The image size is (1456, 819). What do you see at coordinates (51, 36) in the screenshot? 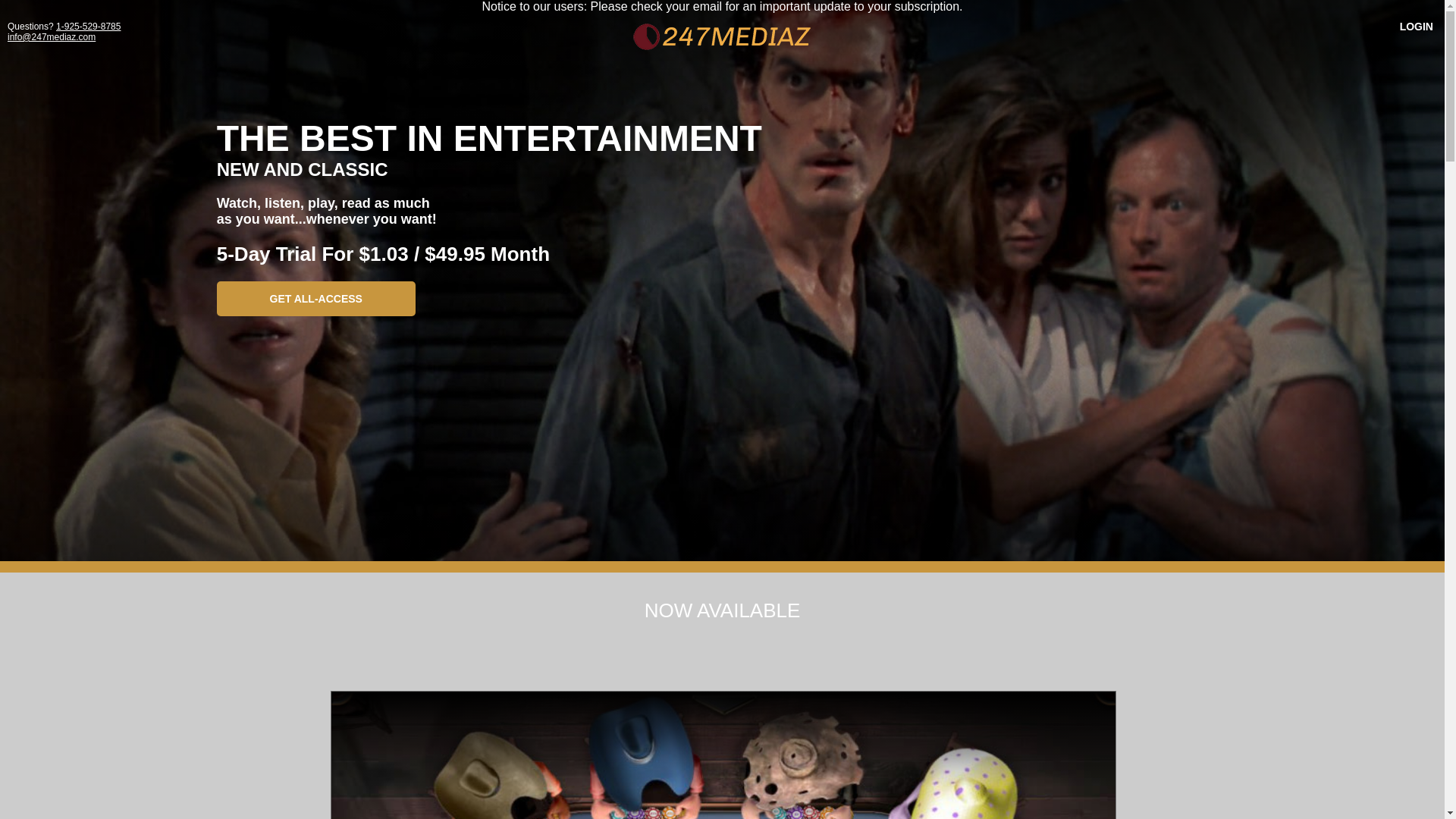
I see `'info@247mediaz.com'` at bounding box center [51, 36].